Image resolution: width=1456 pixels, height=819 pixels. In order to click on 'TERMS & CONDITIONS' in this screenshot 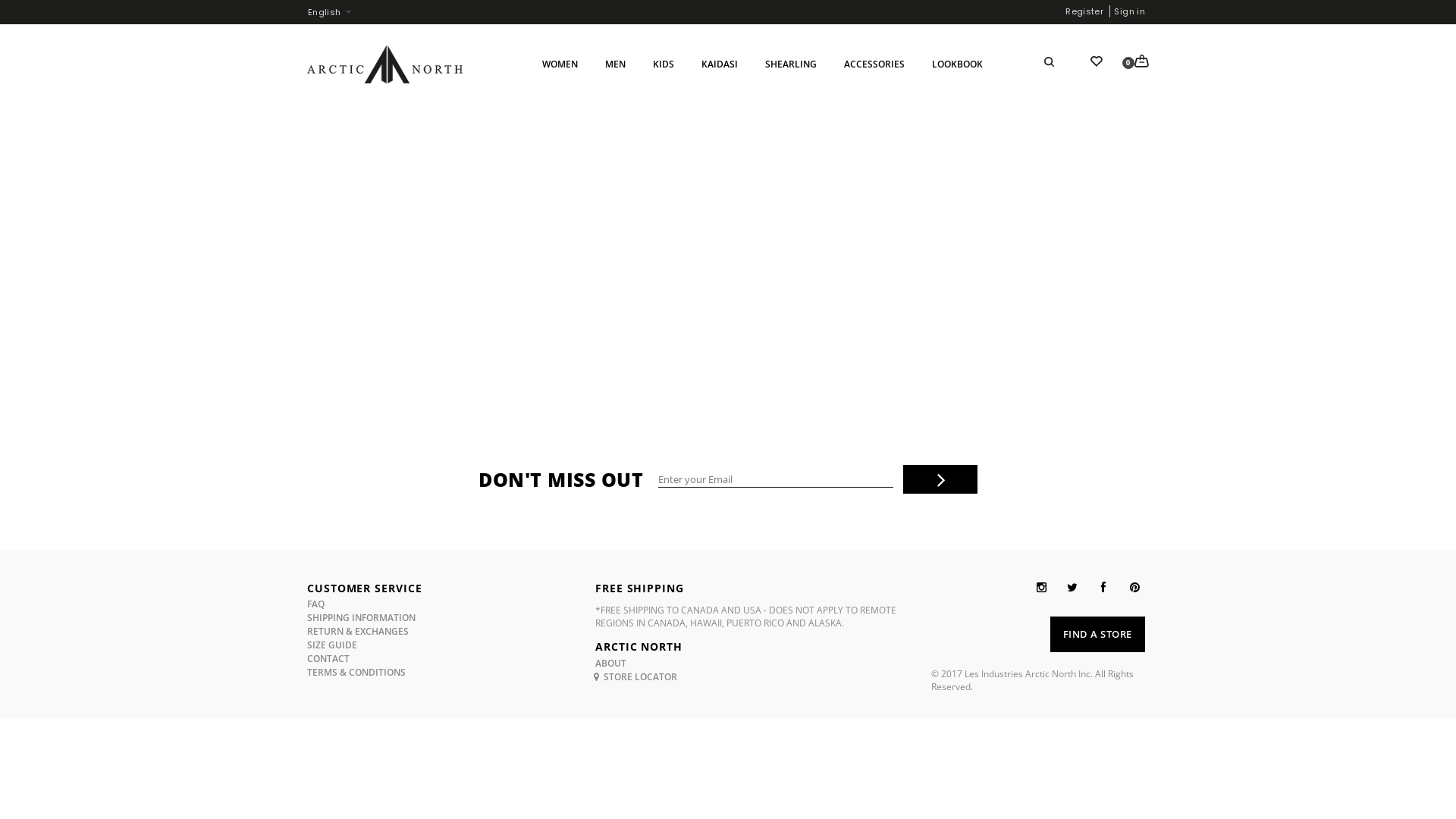, I will do `click(356, 671)`.